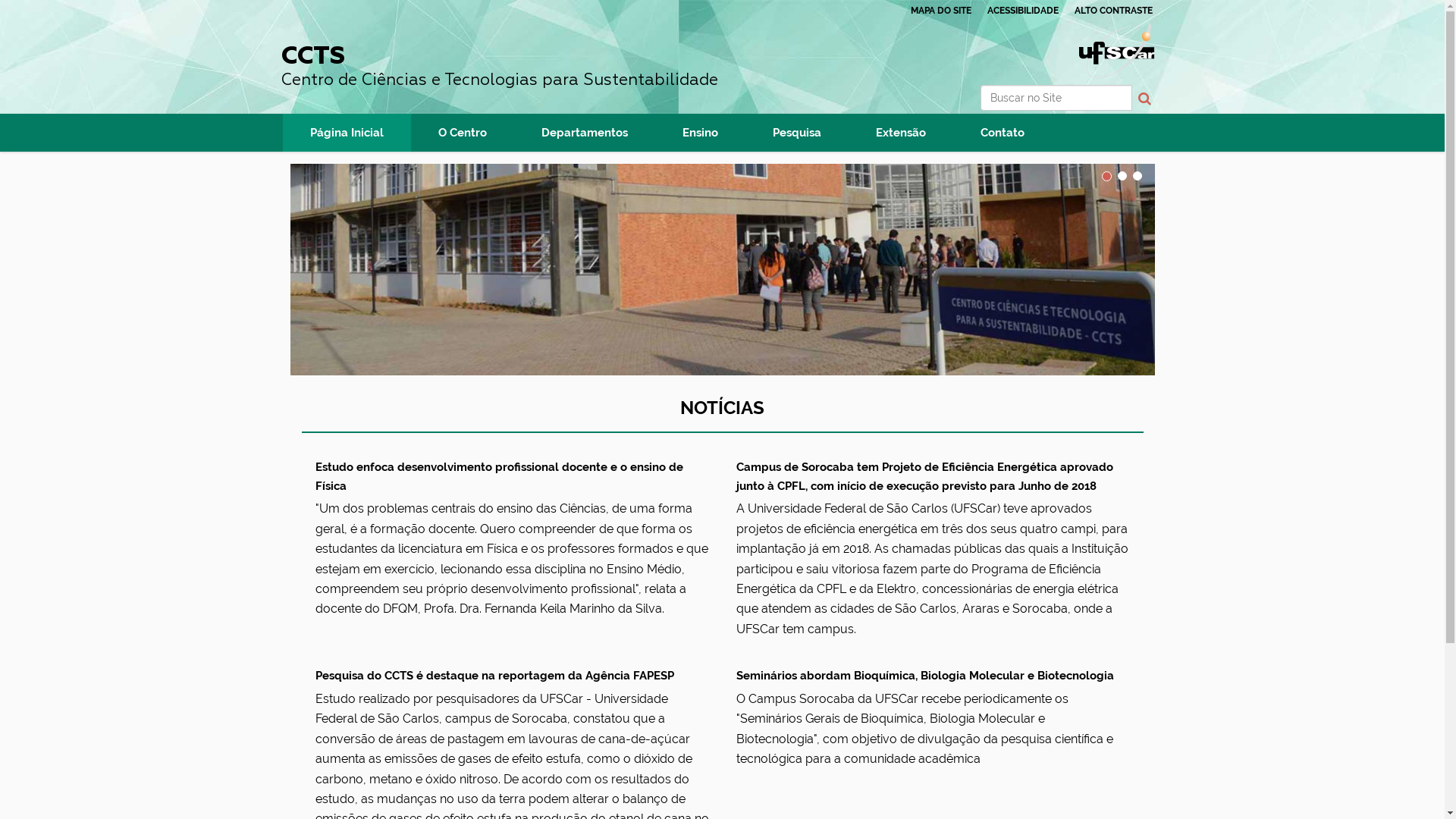 This screenshot has height=819, width=1456. I want to click on 'ALTO CONTRASTE', so click(1112, 11).